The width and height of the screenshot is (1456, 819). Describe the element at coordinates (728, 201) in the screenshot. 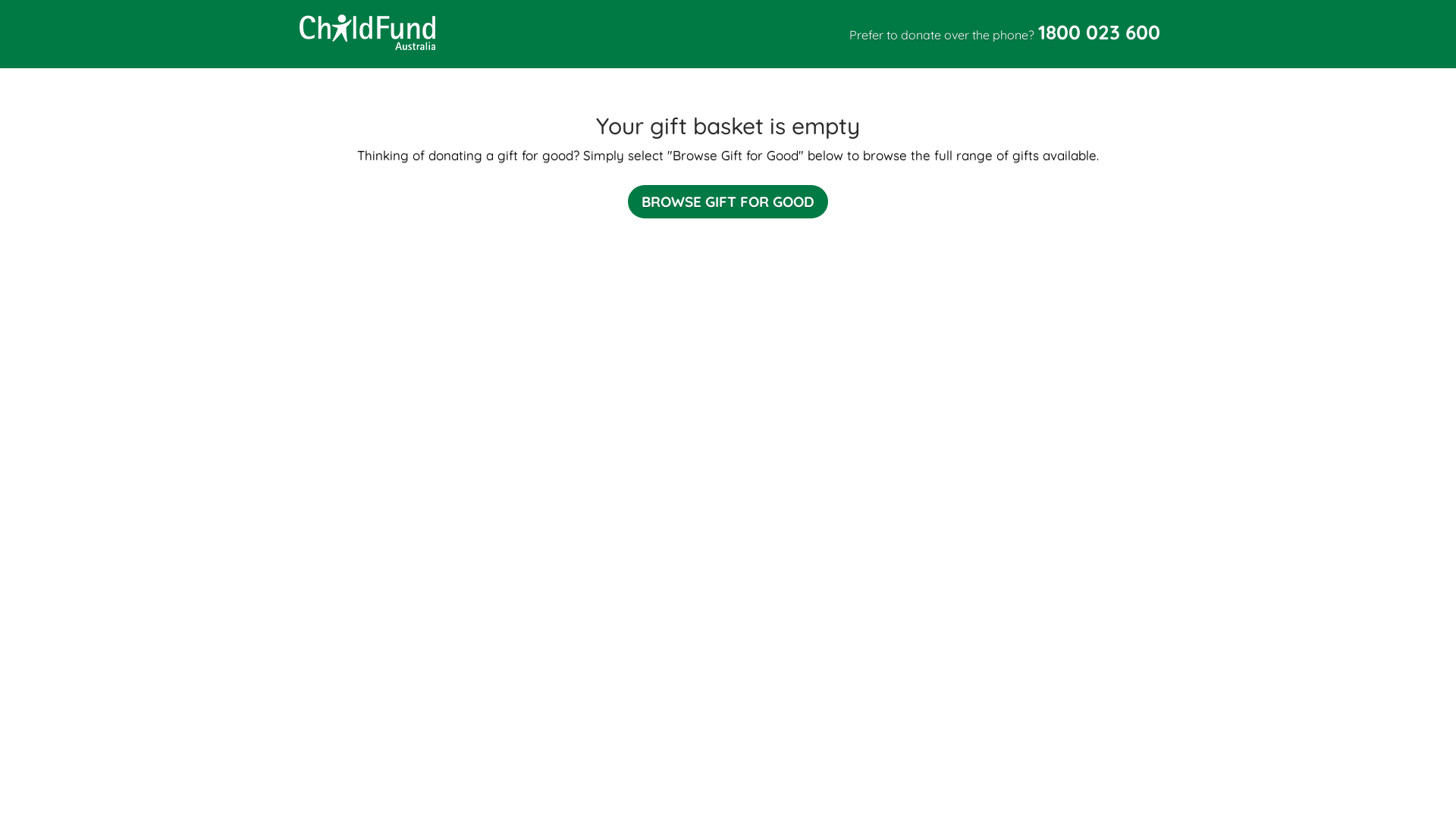

I see `'BROWSE GIFT FOR GOOD'` at that location.